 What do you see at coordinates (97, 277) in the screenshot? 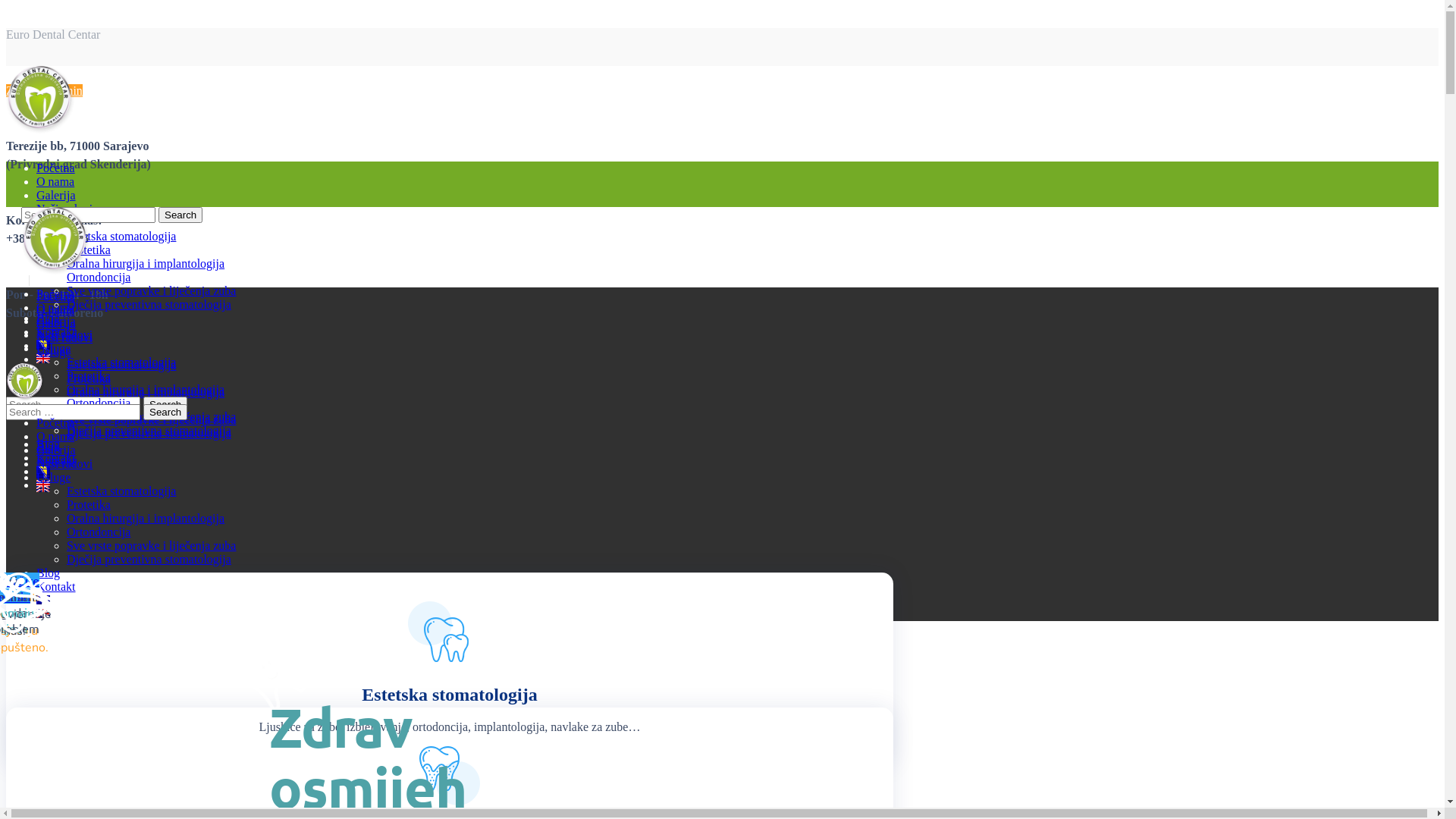
I see `'Ortondoncija'` at bounding box center [97, 277].